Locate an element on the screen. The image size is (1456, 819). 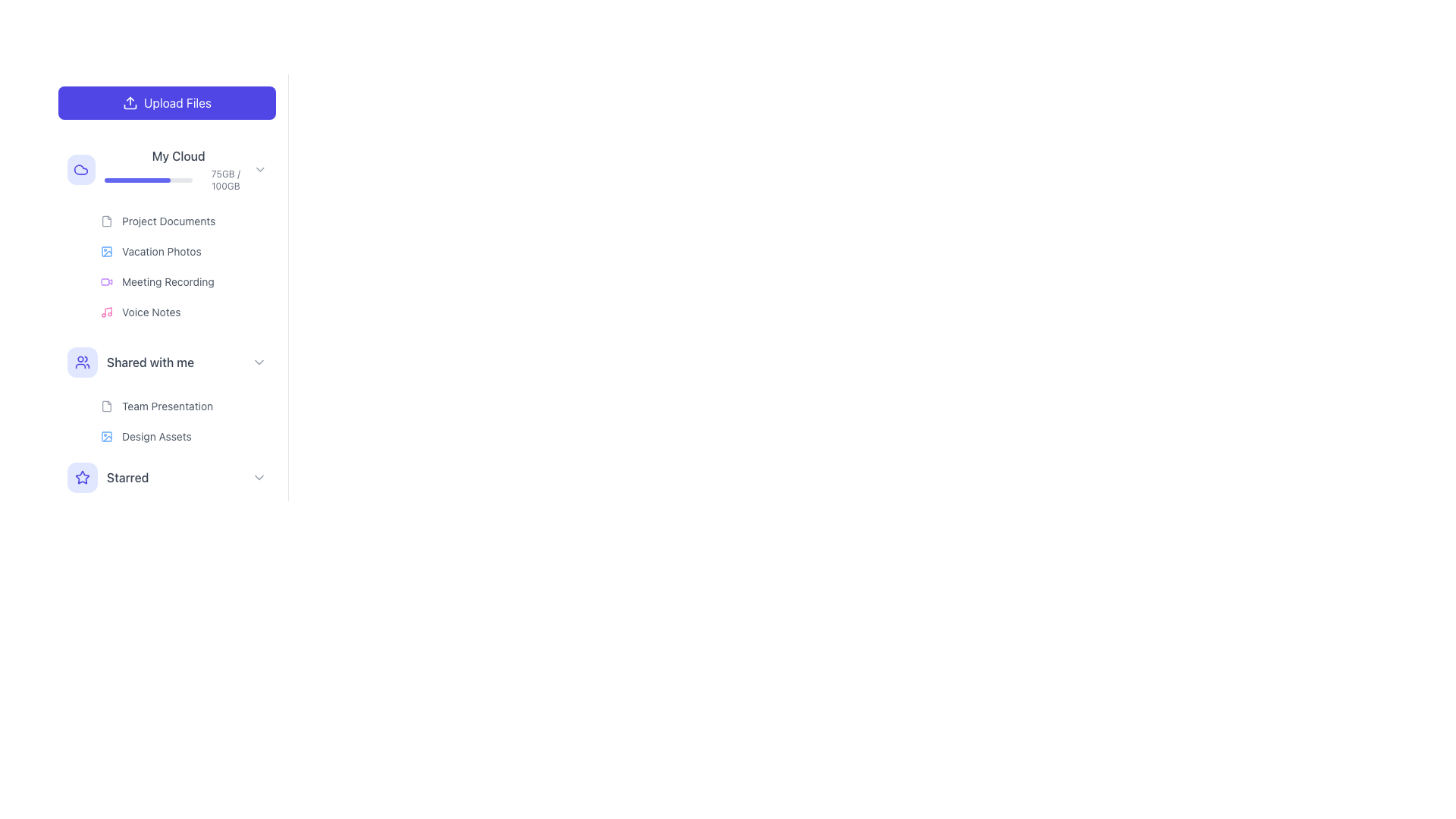
the file type icon located in the left sidebar under the 'My Cloud' section, which is the first icon in the list of items under 'My Cloud' and is positioned to the immediate left of 'Project Documents' is located at coordinates (105, 221).